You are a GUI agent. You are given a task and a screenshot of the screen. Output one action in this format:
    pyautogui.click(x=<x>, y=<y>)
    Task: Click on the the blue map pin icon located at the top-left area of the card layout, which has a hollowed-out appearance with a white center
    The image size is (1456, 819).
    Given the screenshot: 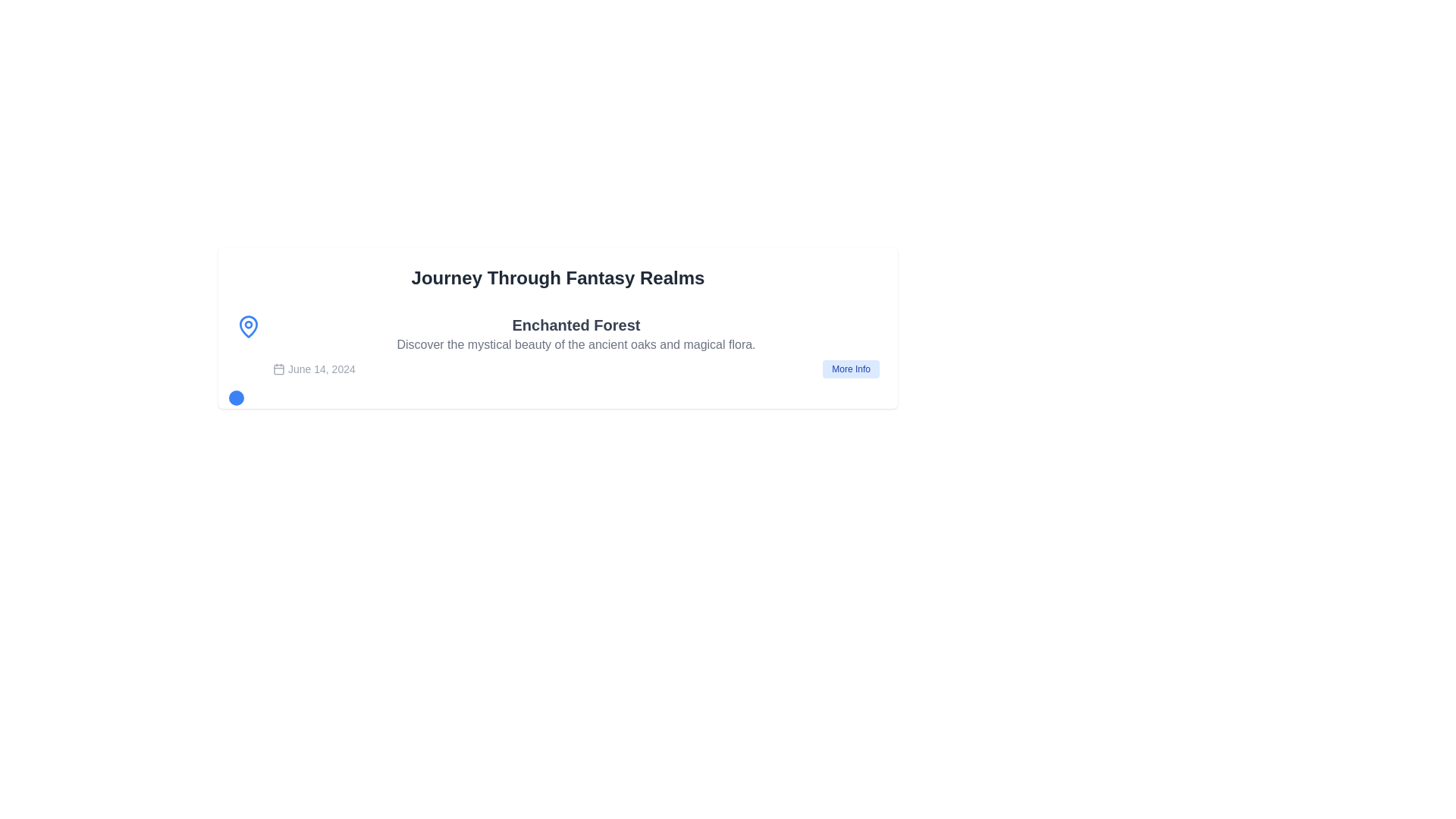 What is the action you would take?
    pyautogui.click(x=248, y=325)
    